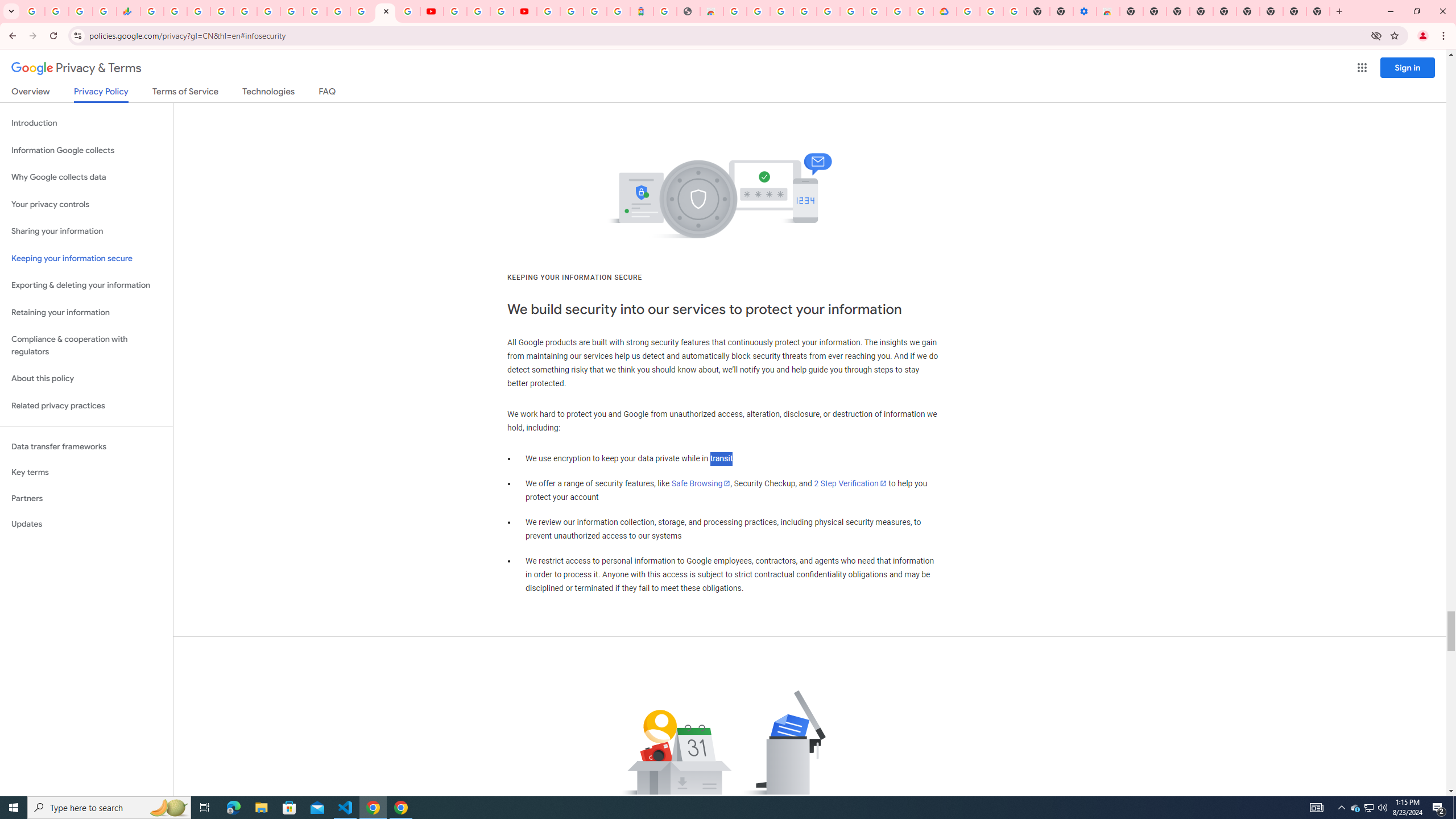  I want to click on 'Ad Settings', so click(804, 11).